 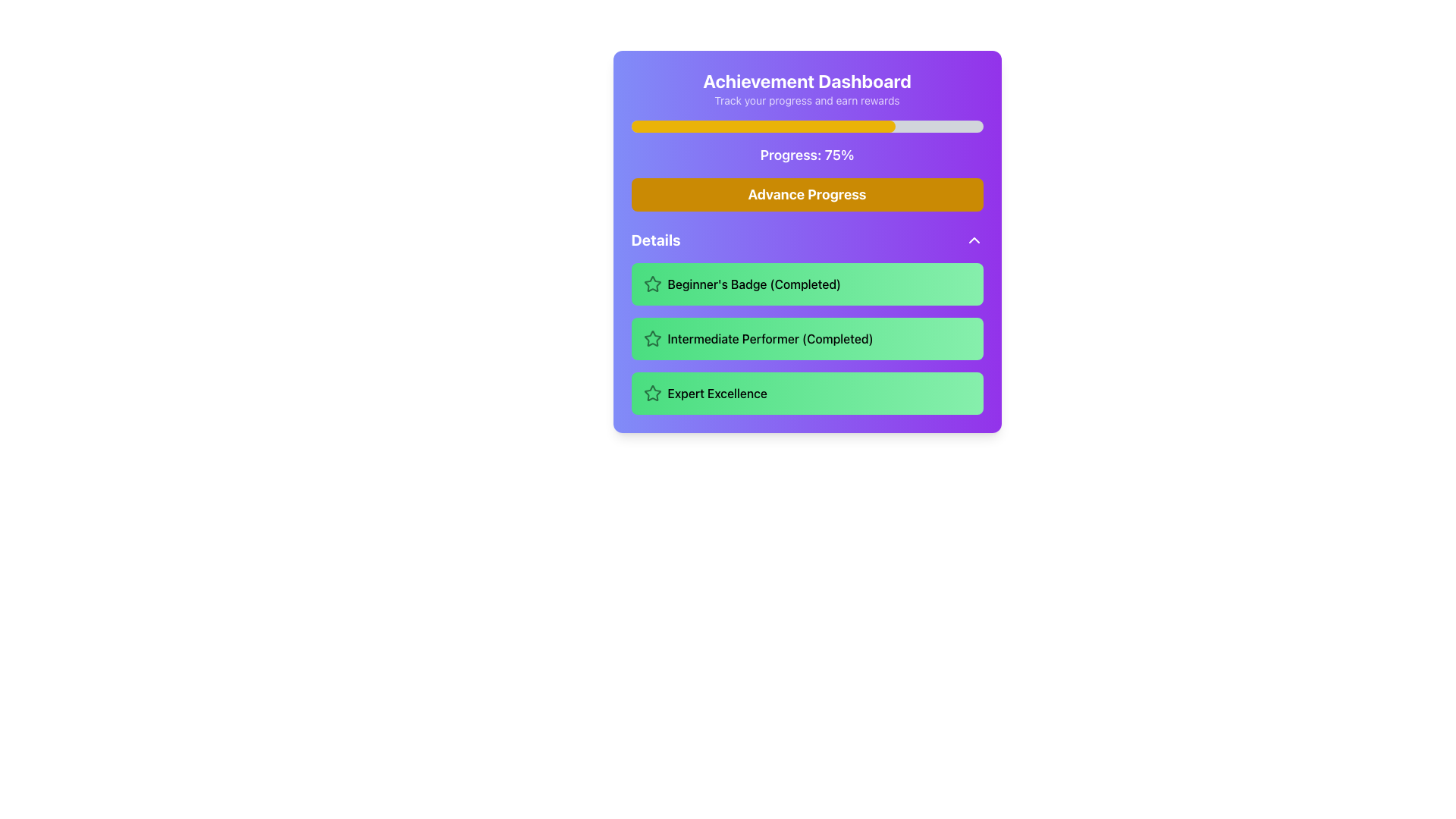 I want to click on the 'Intermediate Performer' badge icon in the achievement dashboard, which is located within the second green box of a vertical list inside a purple card interface, so click(x=652, y=337).